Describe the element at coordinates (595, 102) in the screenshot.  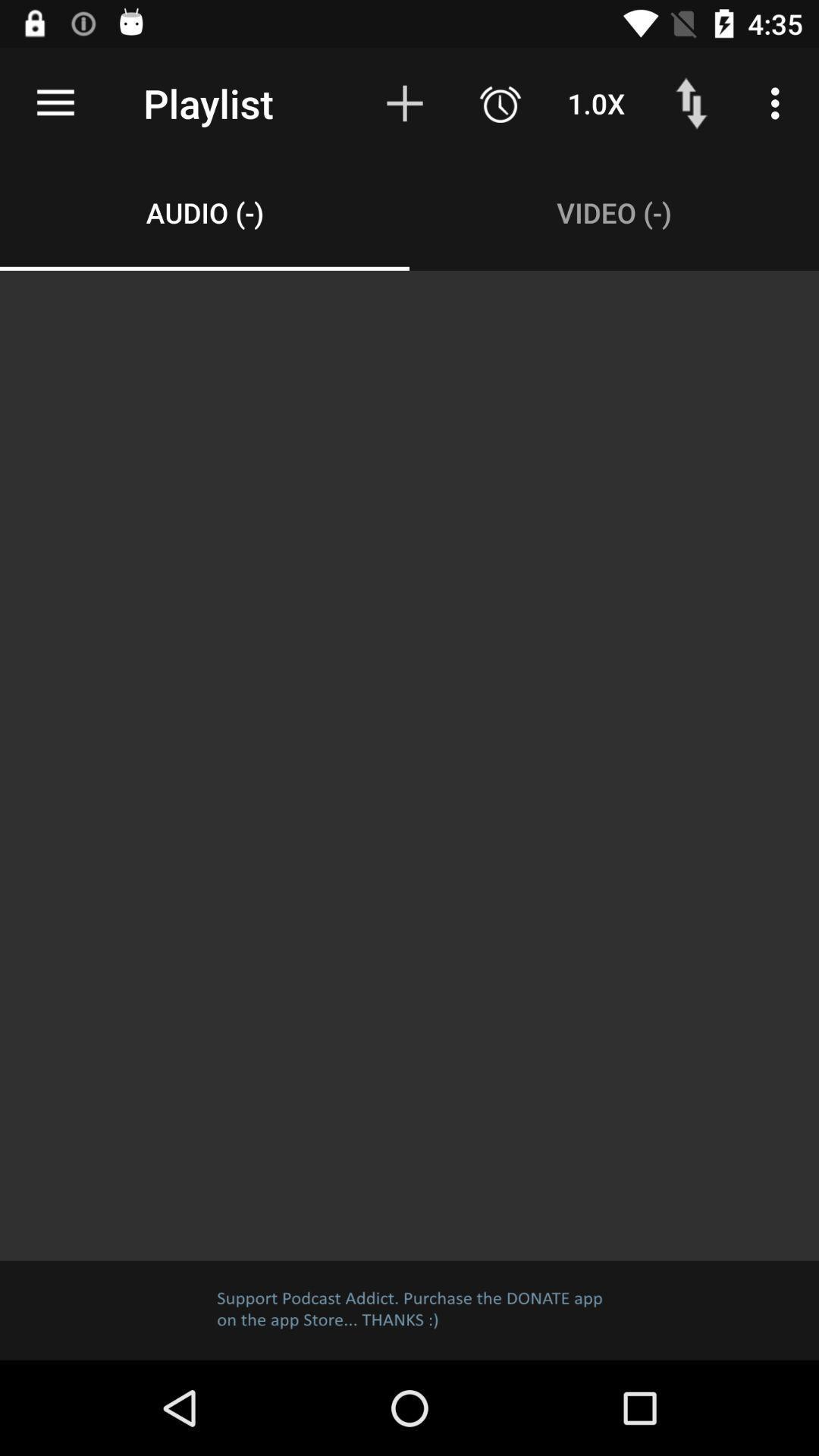
I see `the item above video (-)` at that location.